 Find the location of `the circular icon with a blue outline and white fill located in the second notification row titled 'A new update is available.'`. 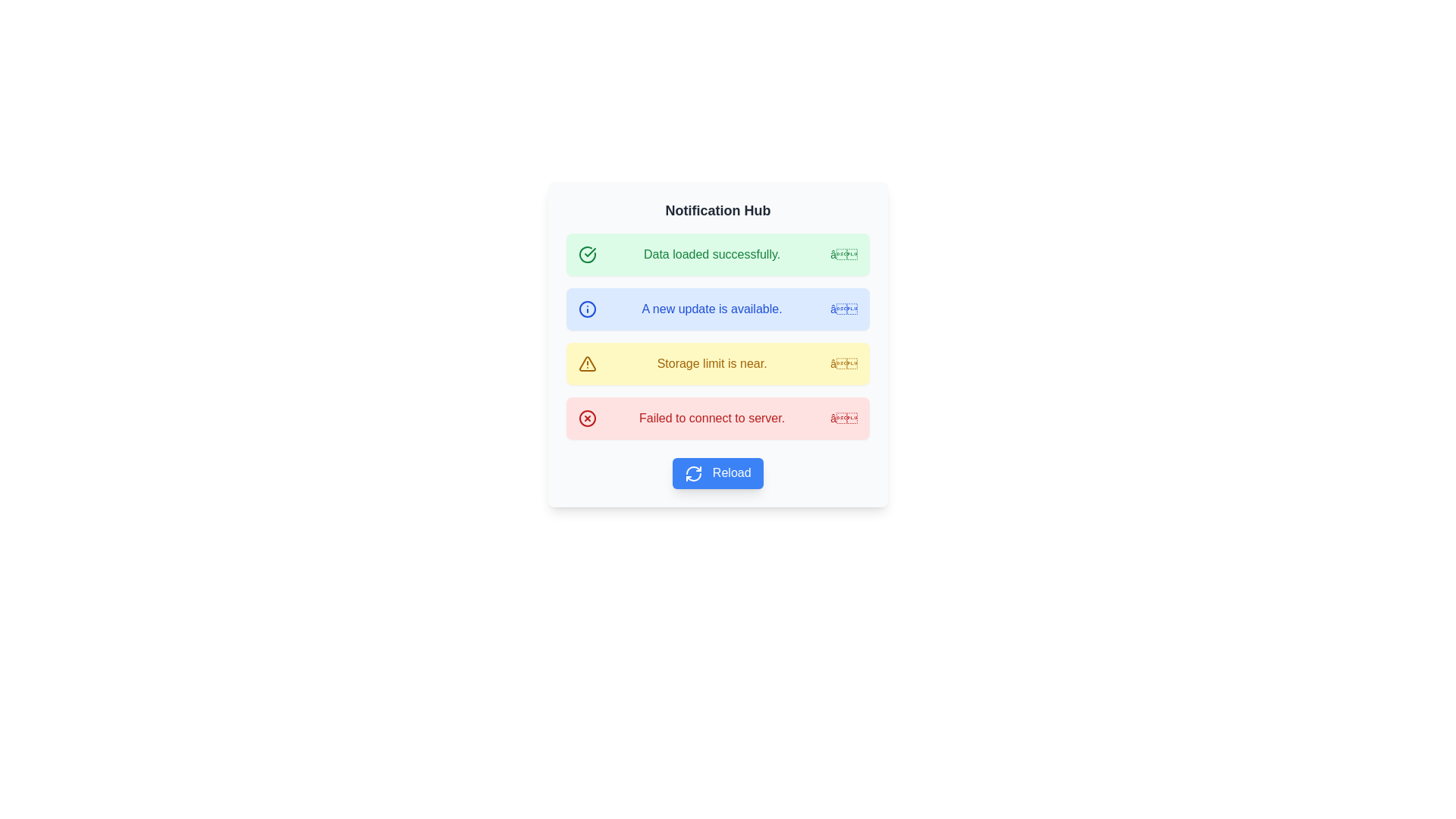

the circular icon with a blue outline and white fill located in the second notification row titled 'A new update is available.' is located at coordinates (586, 309).